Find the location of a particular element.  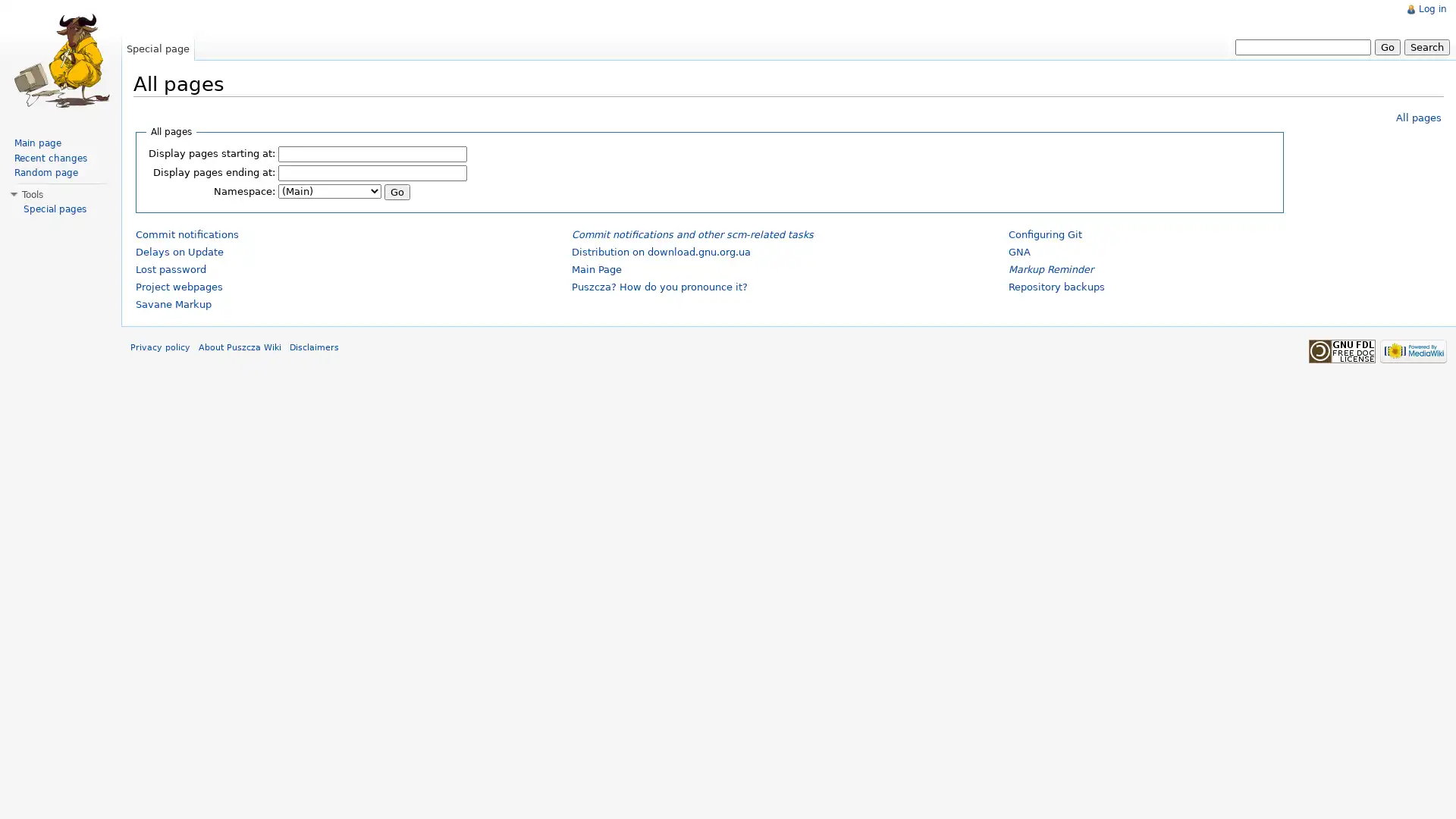

Search is located at coordinates (1426, 45).